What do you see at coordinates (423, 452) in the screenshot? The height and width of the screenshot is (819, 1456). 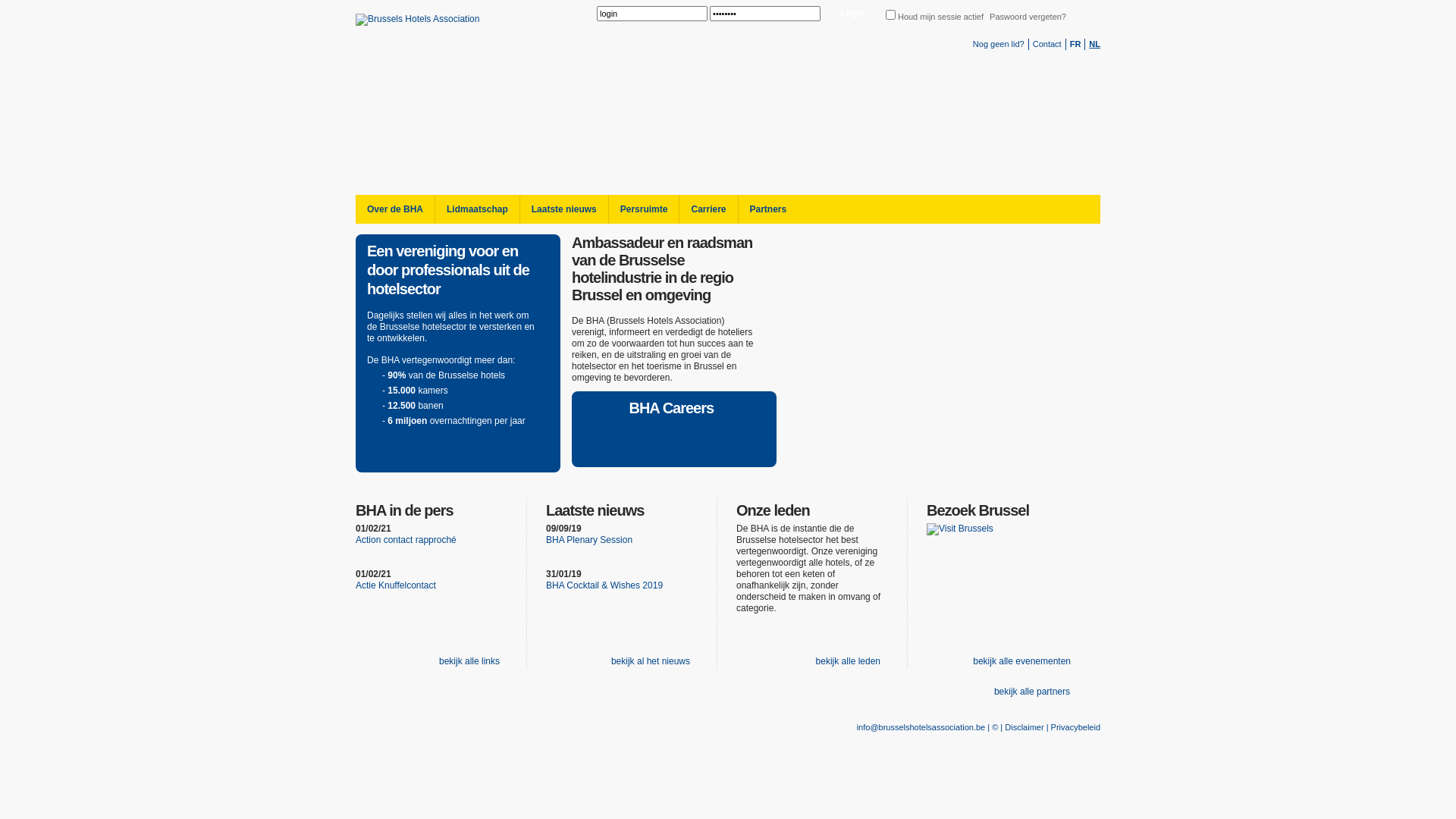 I see `'Lid worden'` at bounding box center [423, 452].